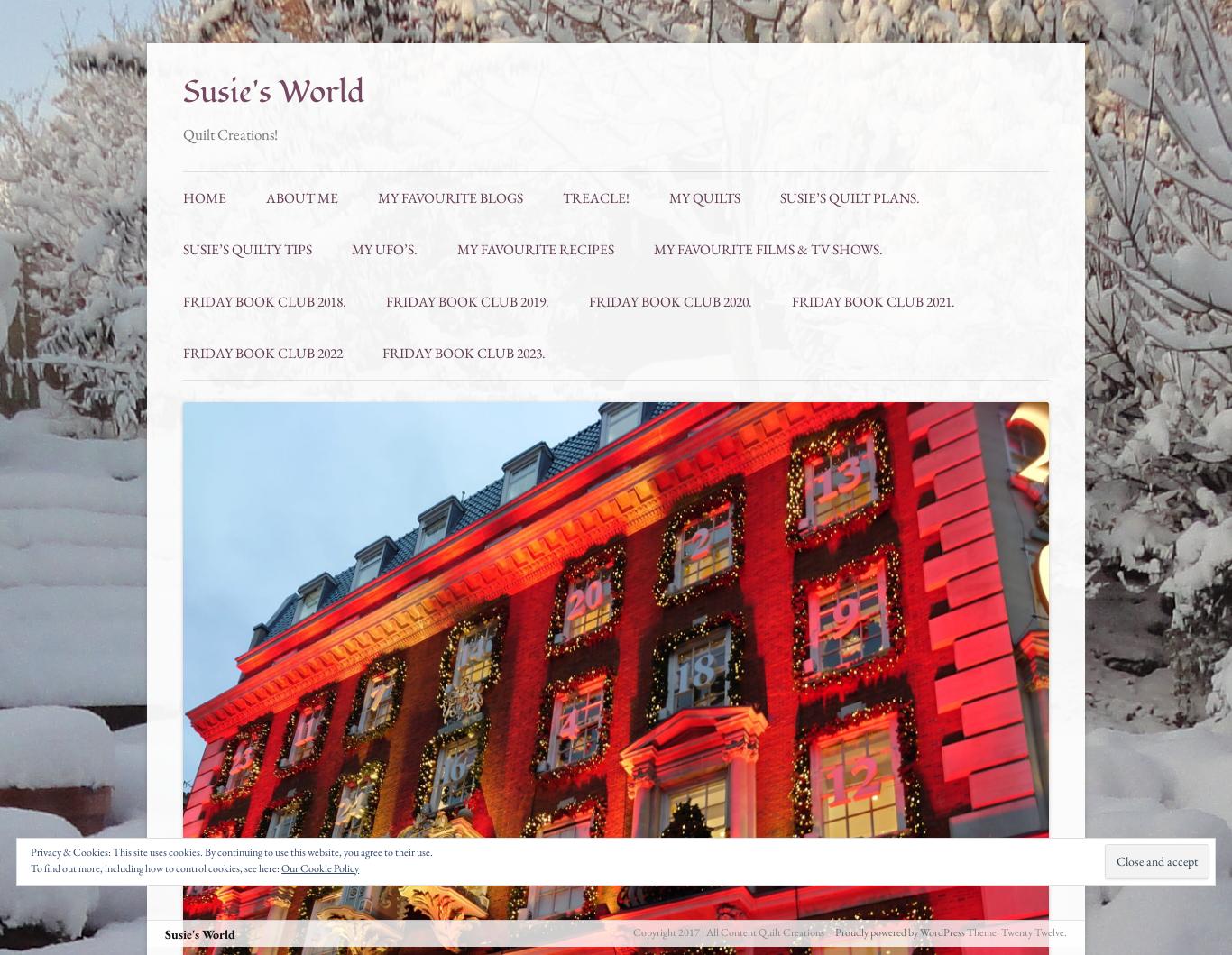 This screenshot has width=1232, height=955. Describe the element at coordinates (704, 197) in the screenshot. I see `'My Quilts'` at that location.